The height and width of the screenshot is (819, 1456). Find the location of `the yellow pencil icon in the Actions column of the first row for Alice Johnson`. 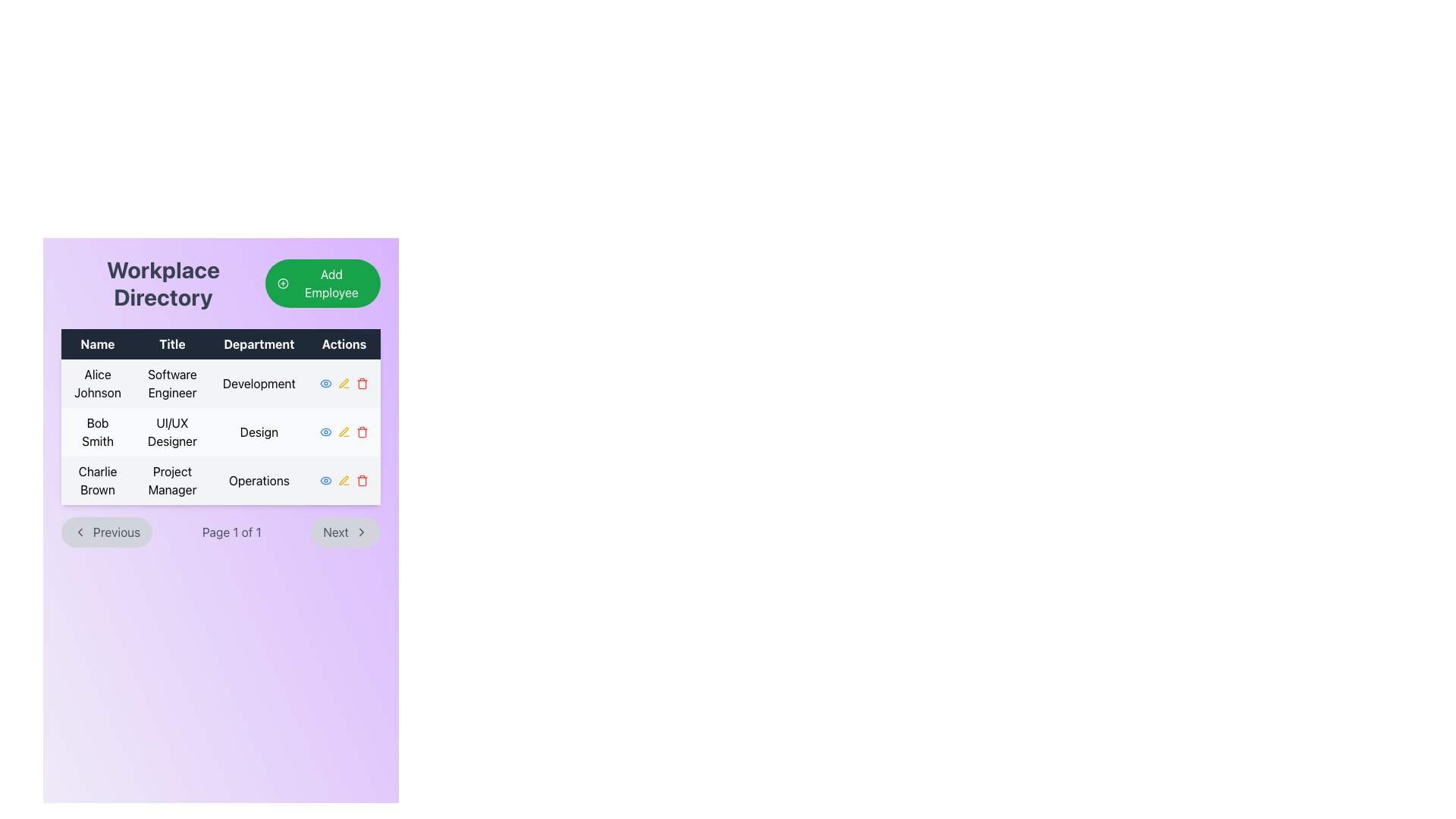

the yellow pencil icon in the Actions column of the first row for Alice Johnson is located at coordinates (344, 382).